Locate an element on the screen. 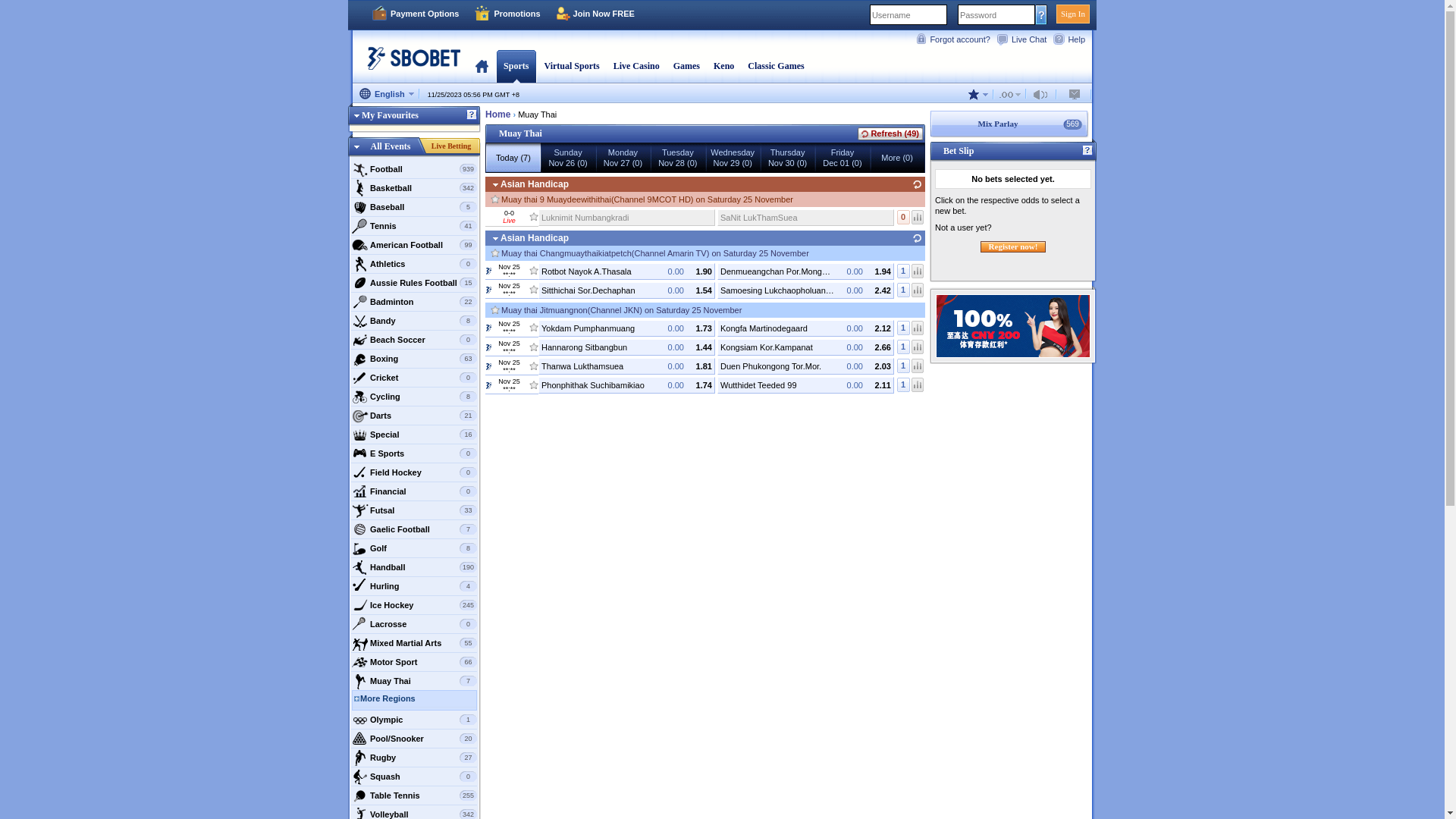 Image resolution: width=1456 pixels, height=819 pixels. 'Virtual Sports' is located at coordinates (543, 65).